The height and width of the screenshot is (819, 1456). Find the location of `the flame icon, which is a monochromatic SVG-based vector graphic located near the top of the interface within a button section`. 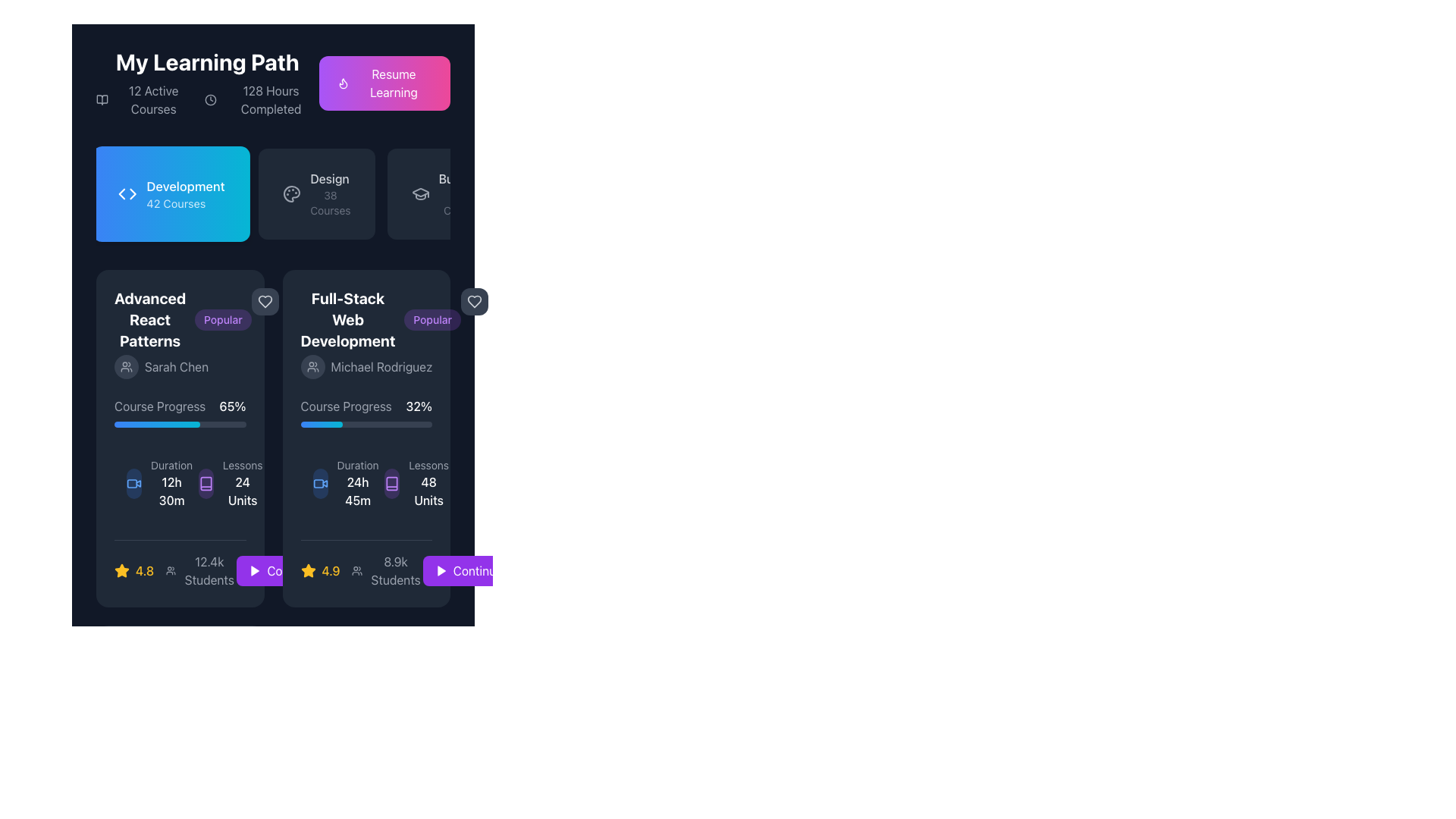

the flame icon, which is a monochromatic SVG-based vector graphic located near the top of the interface within a button section is located at coordinates (342, 83).